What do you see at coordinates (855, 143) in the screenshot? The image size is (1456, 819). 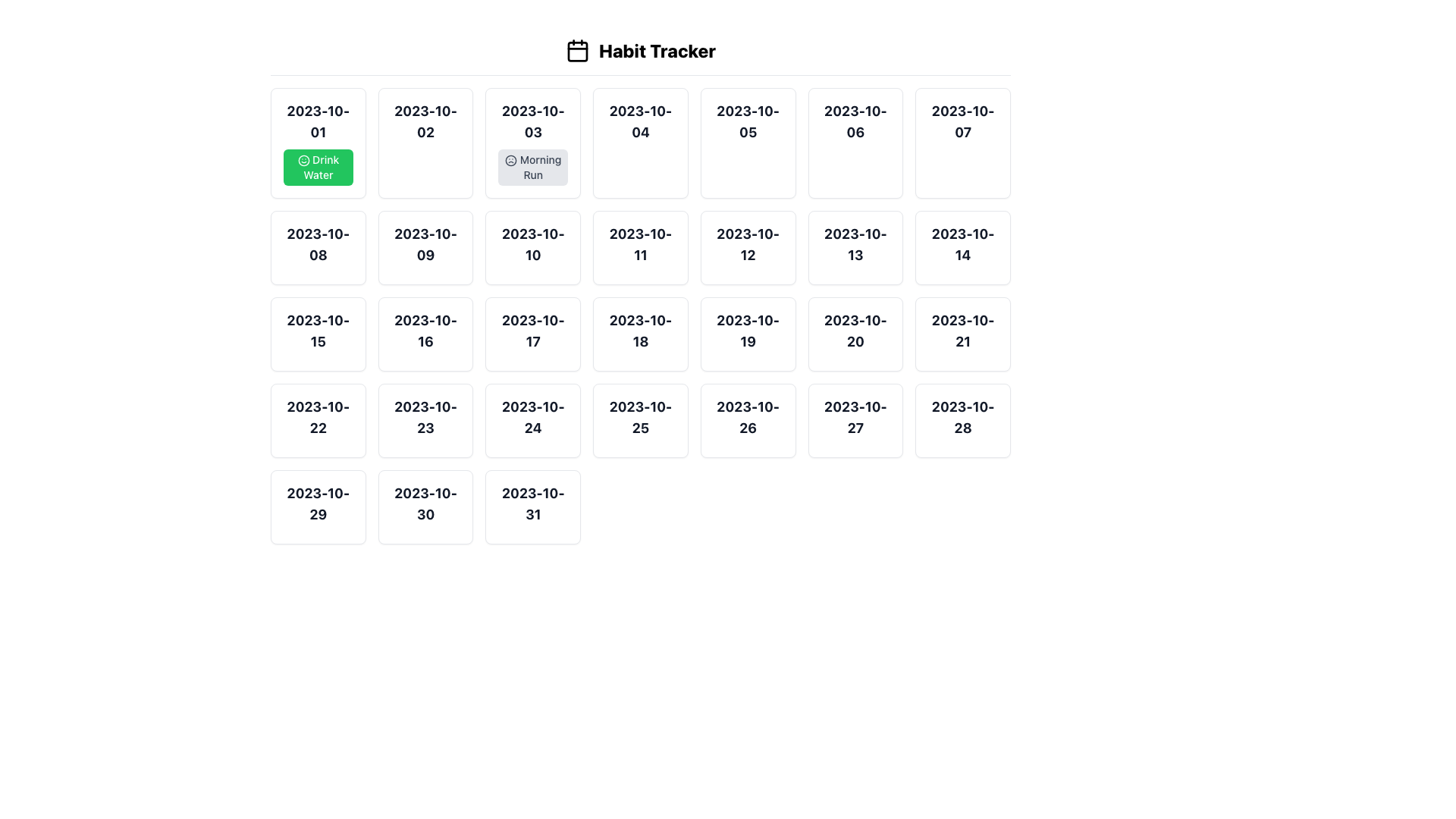 I see `the Date tile representing the date '2023-10-06' in the habit tracker calendar interface, located in the second row and fourth column` at bounding box center [855, 143].